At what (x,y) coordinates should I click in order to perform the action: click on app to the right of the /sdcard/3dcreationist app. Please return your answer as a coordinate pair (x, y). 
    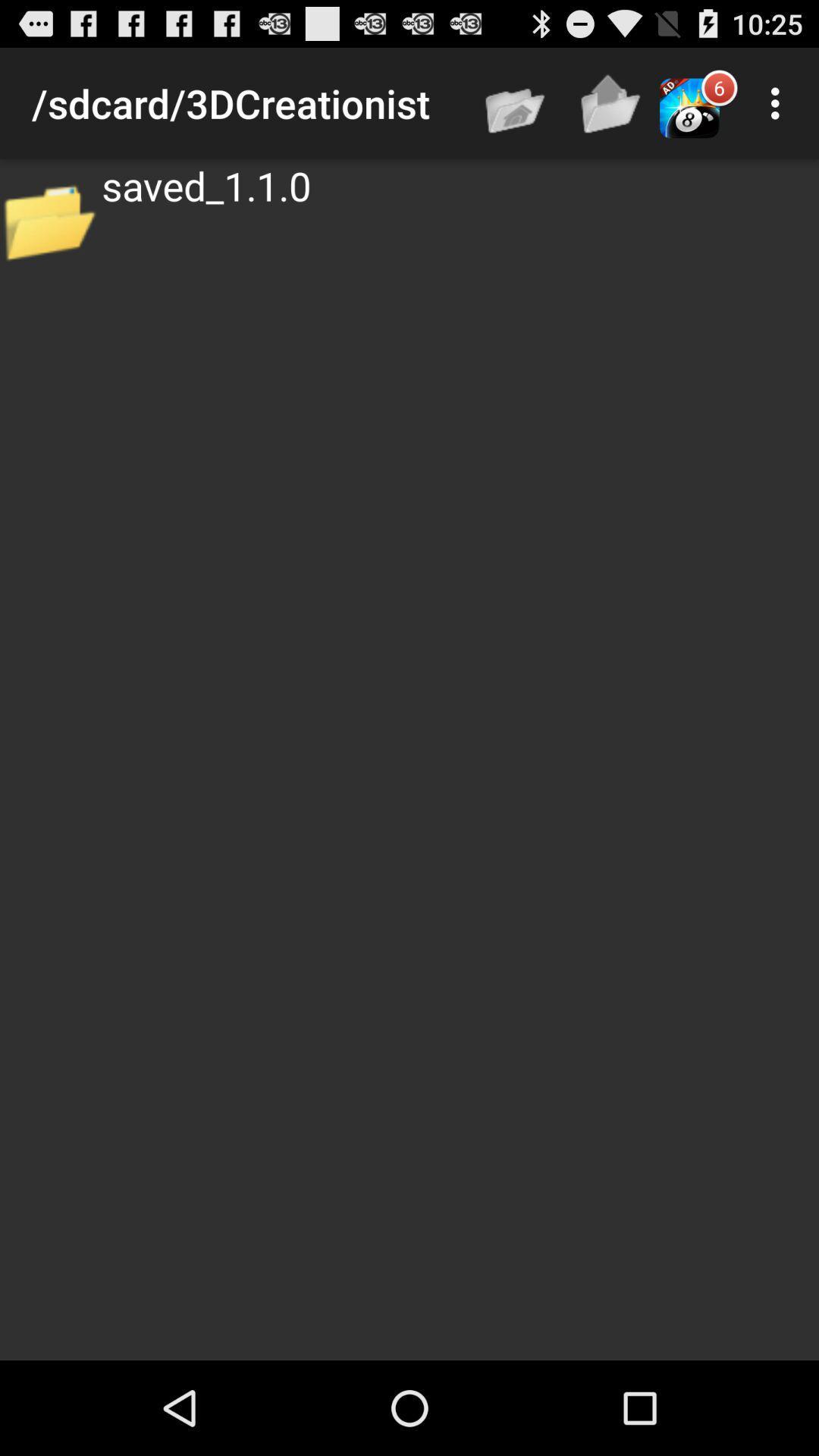
    Looking at the image, I should click on (516, 102).